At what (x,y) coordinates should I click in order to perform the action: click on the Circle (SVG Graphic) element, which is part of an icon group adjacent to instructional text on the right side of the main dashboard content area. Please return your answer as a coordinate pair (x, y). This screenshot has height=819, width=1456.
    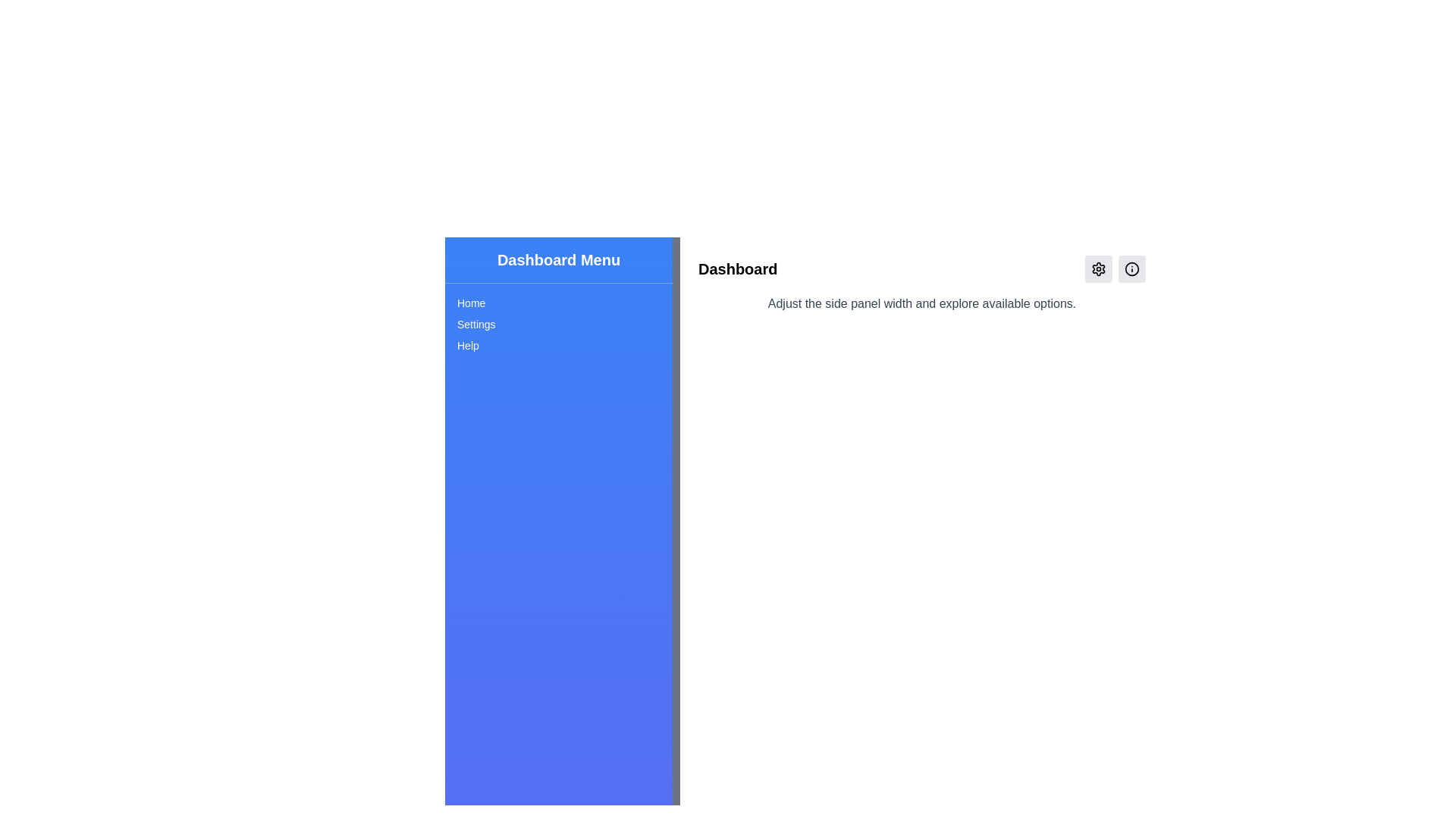
    Looking at the image, I should click on (1131, 268).